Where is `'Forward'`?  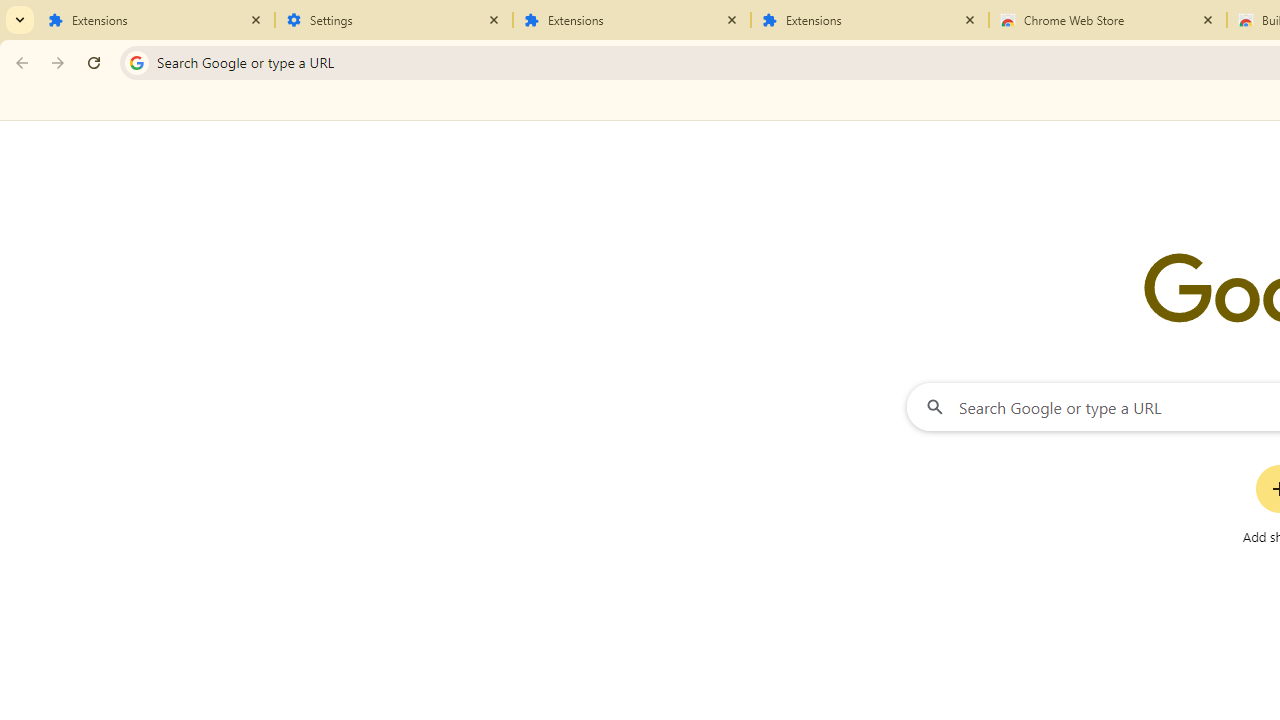
'Forward' is located at coordinates (58, 61).